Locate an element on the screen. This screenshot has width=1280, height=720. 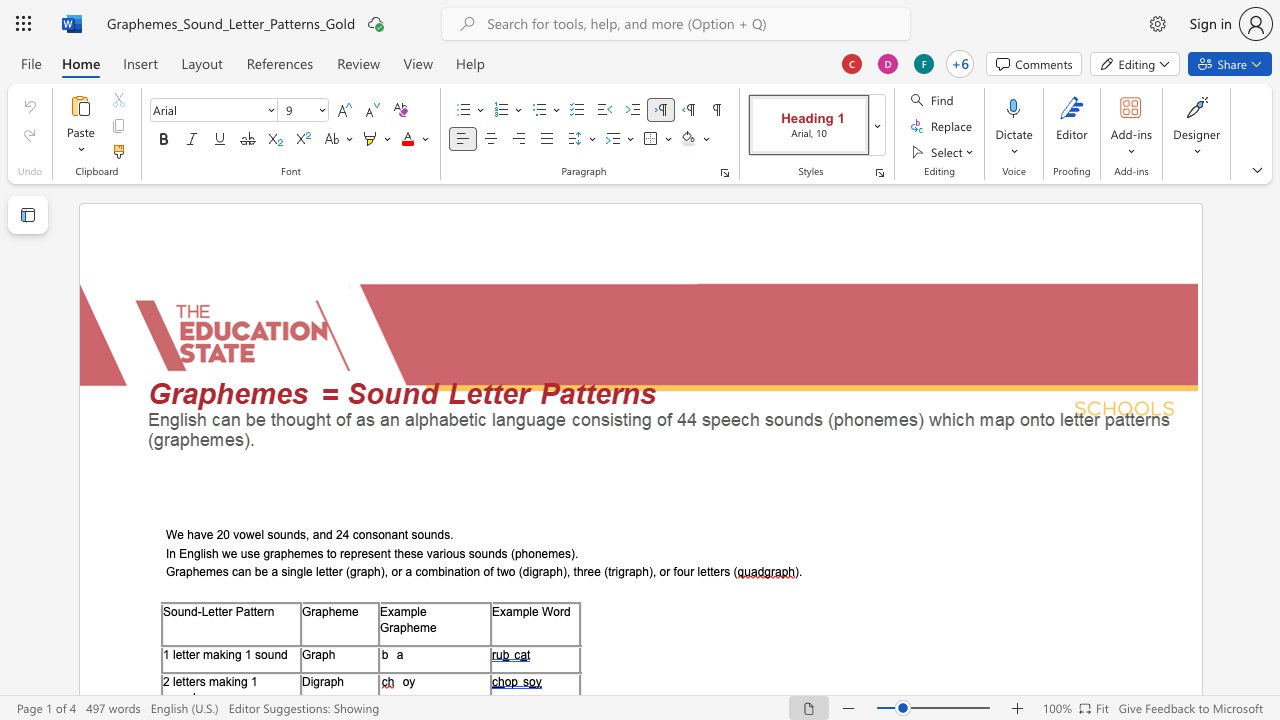
the space between the continuous character "h" and "e" in the text is located at coordinates (199, 572).